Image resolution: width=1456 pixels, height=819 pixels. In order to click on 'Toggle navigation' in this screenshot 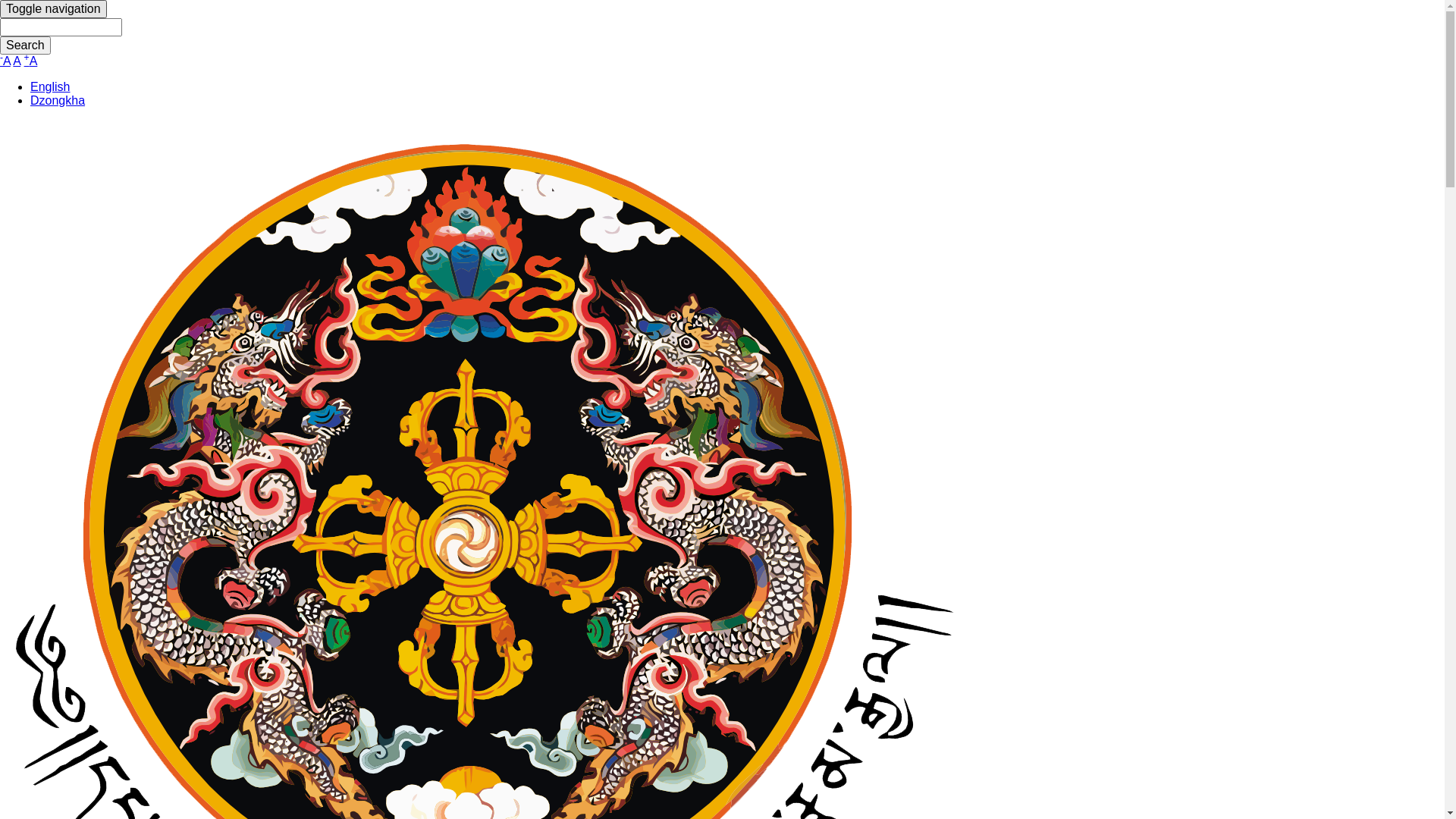, I will do `click(53, 8)`.